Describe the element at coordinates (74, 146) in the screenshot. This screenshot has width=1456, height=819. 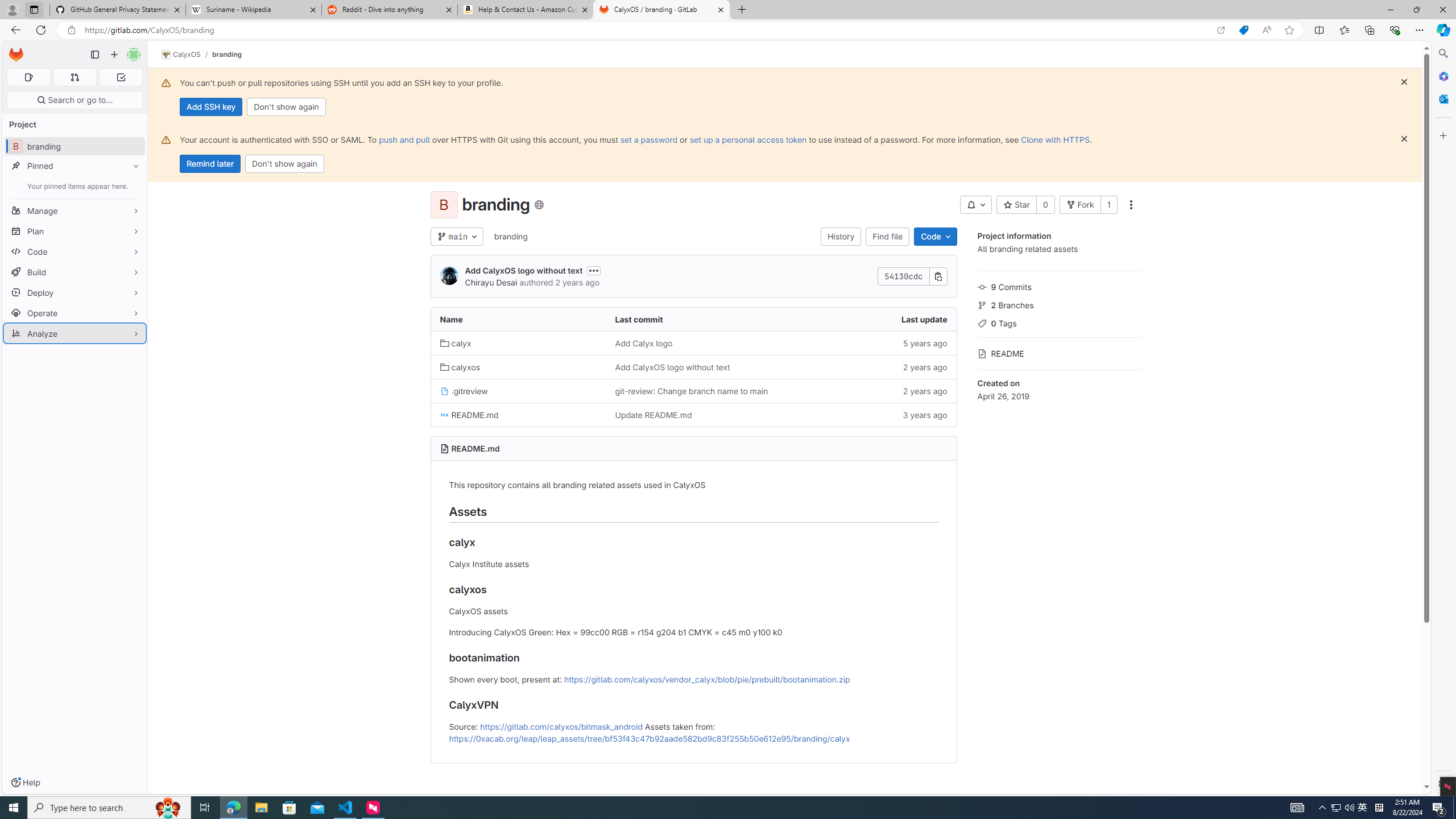
I see `'Bbranding'` at that location.